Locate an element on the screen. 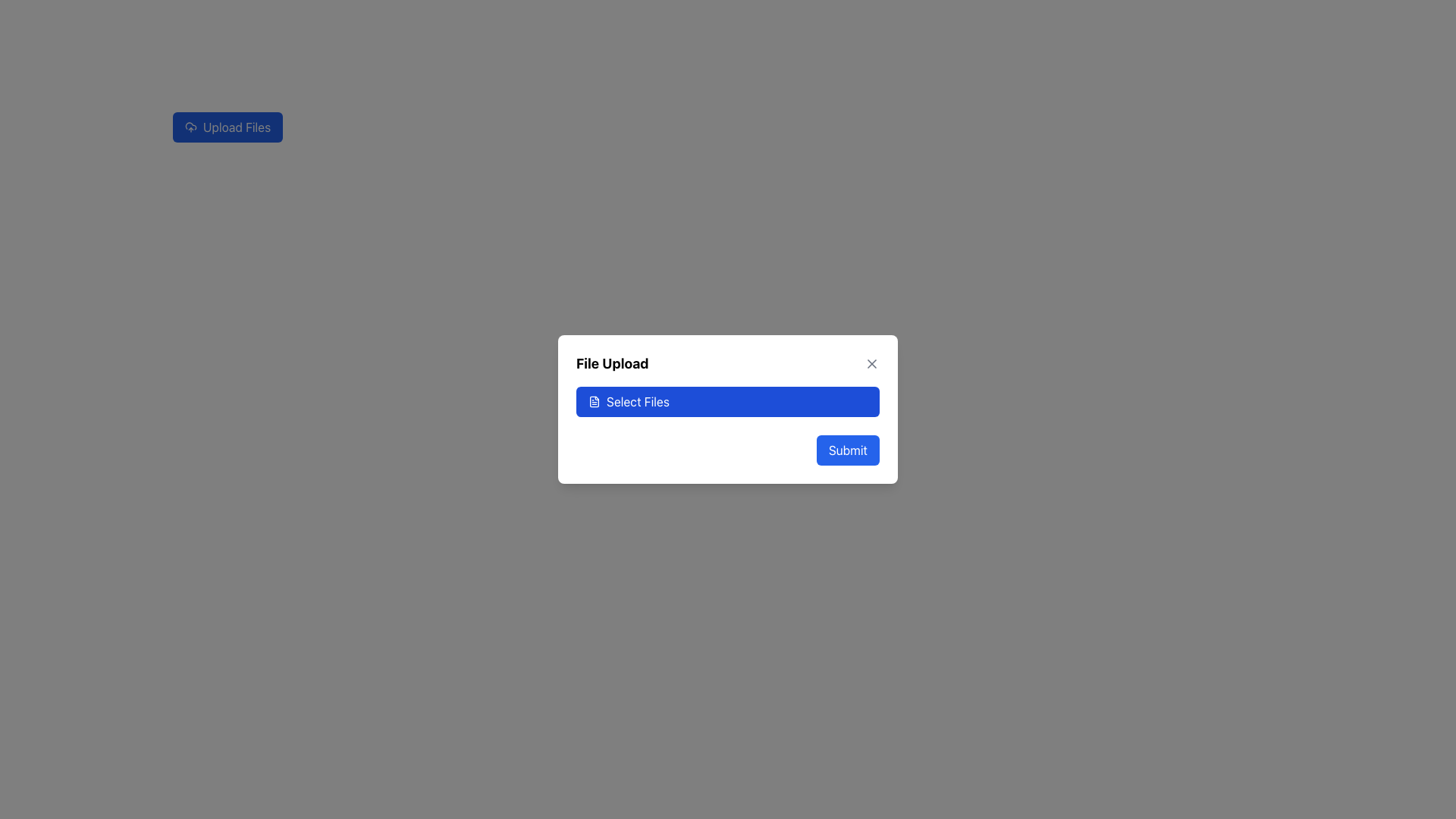 The height and width of the screenshot is (819, 1456). the small gray 'X' icon located at the top-right corner of the 'File Upload' dialog box is located at coordinates (872, 363).